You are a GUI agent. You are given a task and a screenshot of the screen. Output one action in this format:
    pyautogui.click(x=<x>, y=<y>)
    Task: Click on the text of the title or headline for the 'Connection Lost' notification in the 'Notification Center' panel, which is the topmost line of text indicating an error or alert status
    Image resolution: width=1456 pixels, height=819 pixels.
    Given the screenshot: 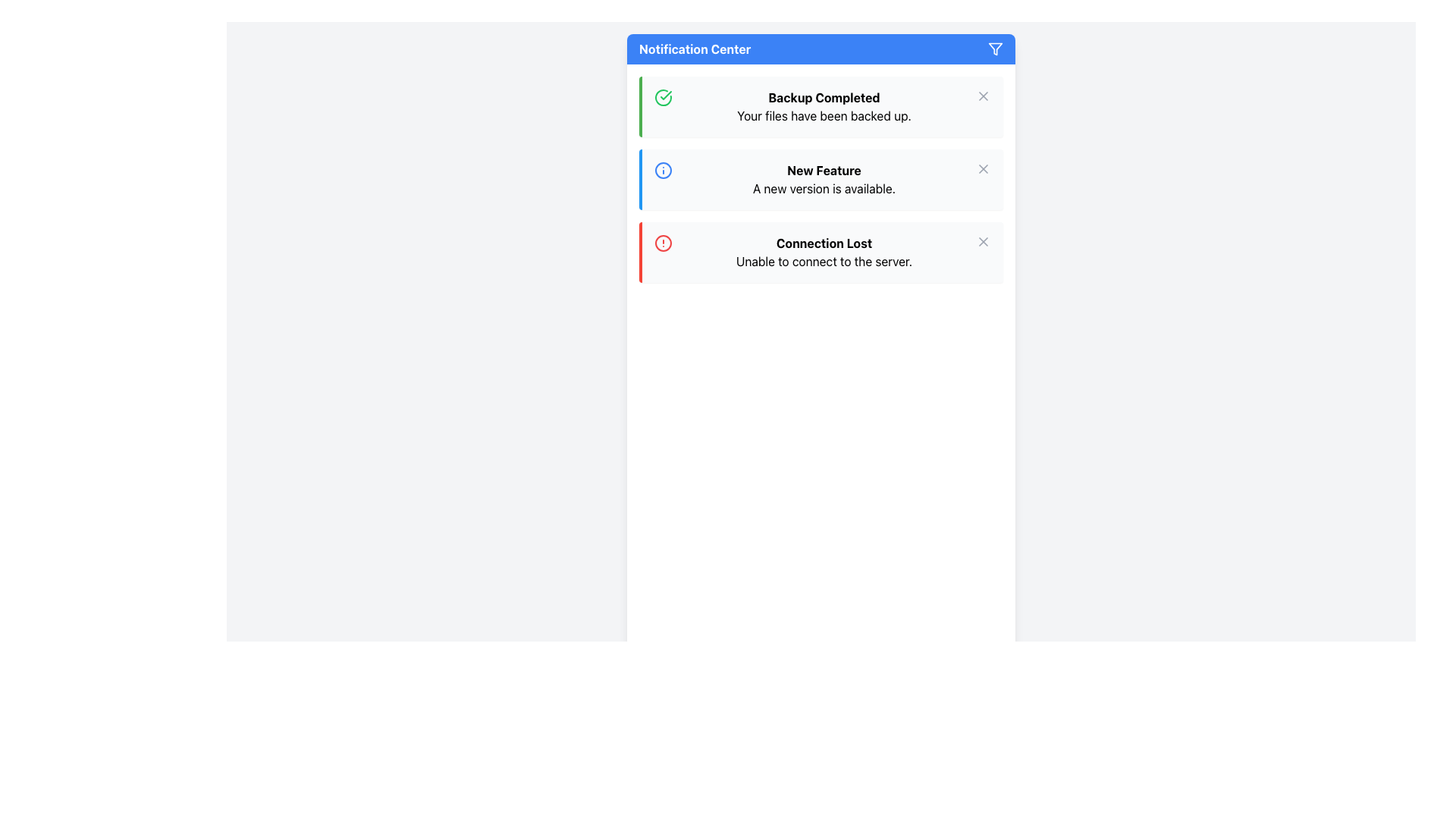 What is the action you would take?
    pyautogui.click(x=823, y=242)
    